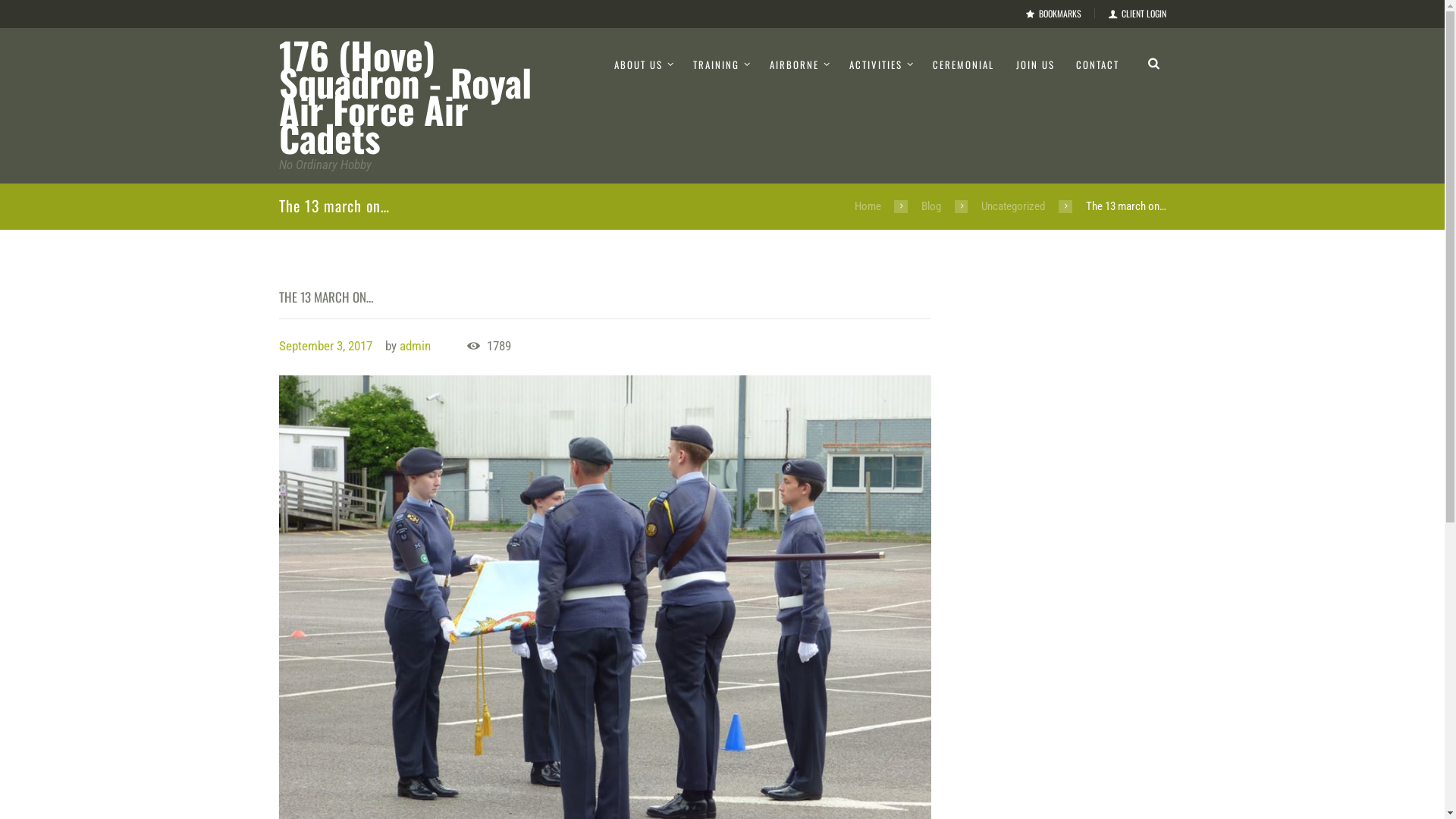  Describe the element at coordinates (1034, 64) in the screenshot. I see `'JOIN US'` at that location.